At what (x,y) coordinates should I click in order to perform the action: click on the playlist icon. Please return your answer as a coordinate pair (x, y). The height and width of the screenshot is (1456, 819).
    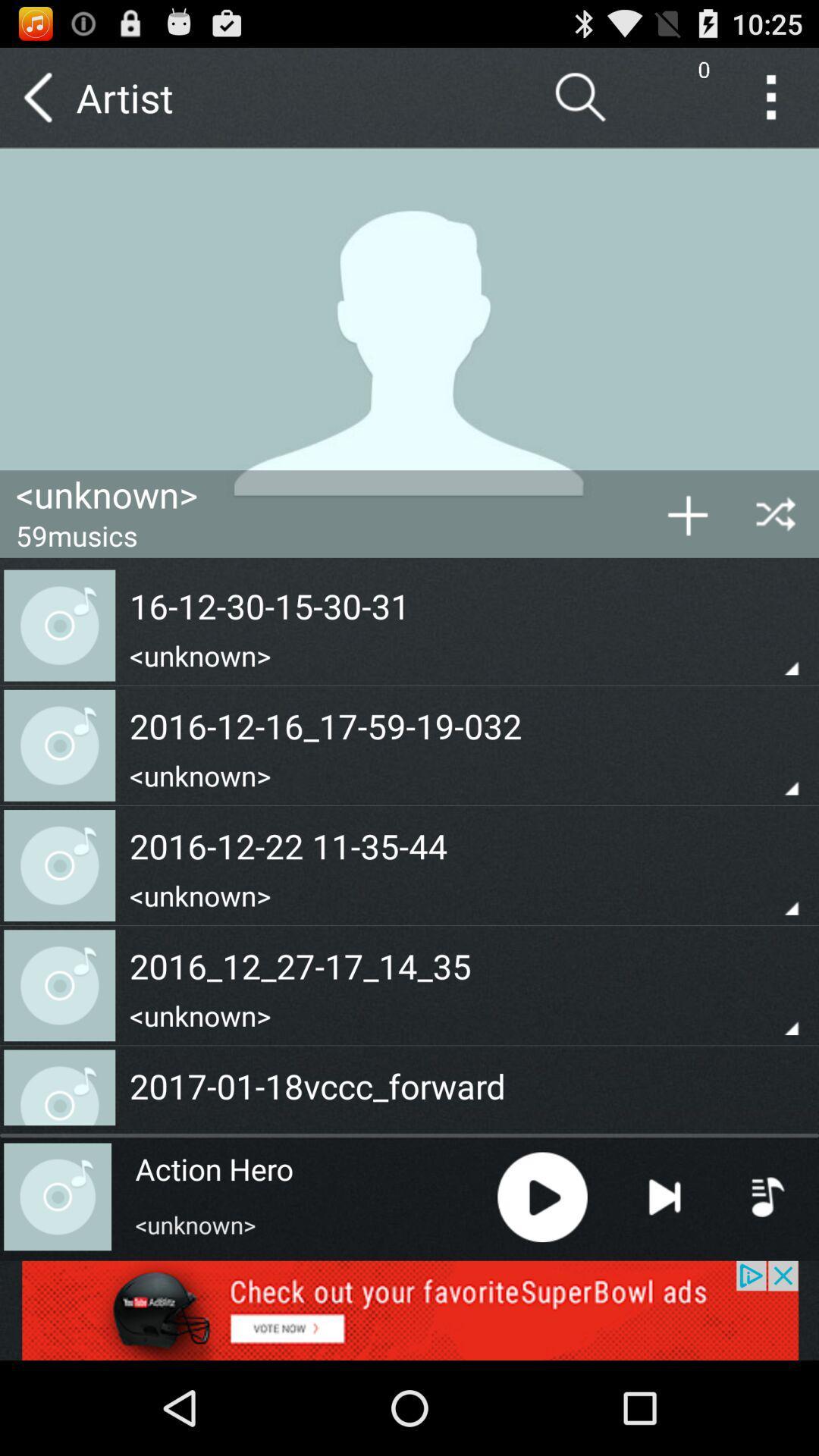
    Looking at the image, I should click on (767, 1280).